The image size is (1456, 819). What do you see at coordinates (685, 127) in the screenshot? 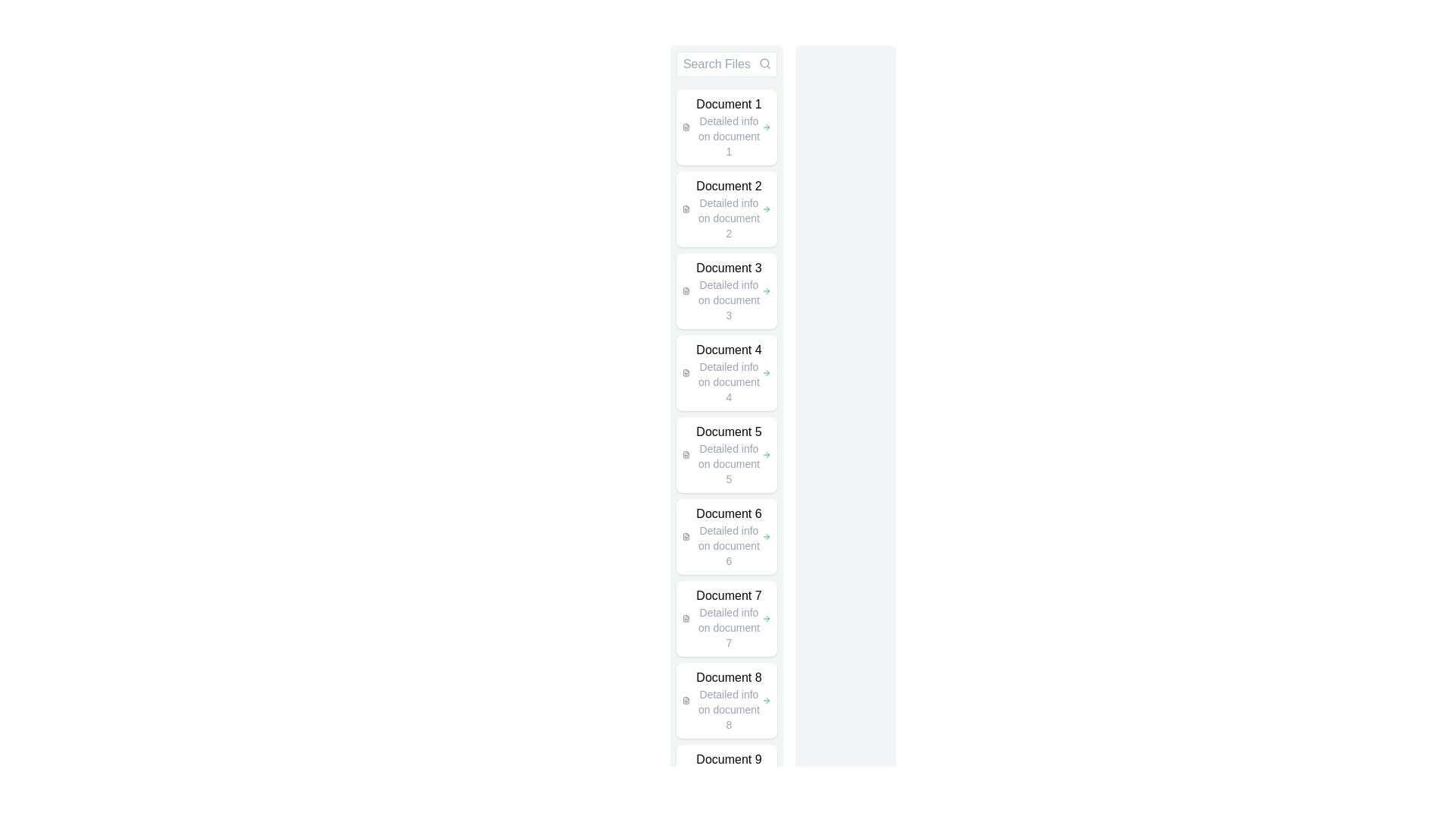
I see `the small file document icon outlined in gray, located to the left of the text title 'Document 1' in the first document card` at bounding box center [685, 127].